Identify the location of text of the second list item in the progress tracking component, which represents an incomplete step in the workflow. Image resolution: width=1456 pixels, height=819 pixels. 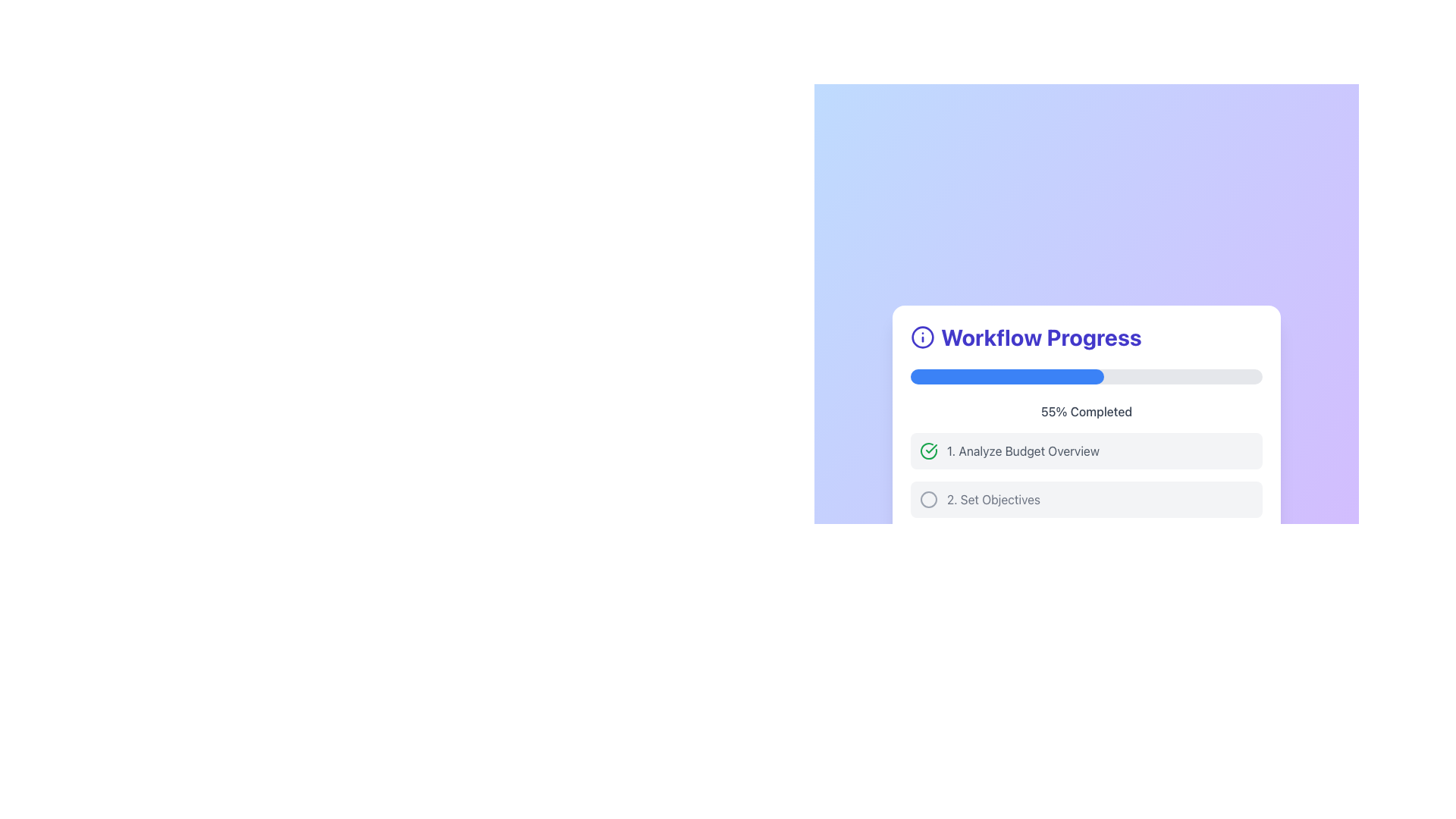
(1086, 494).